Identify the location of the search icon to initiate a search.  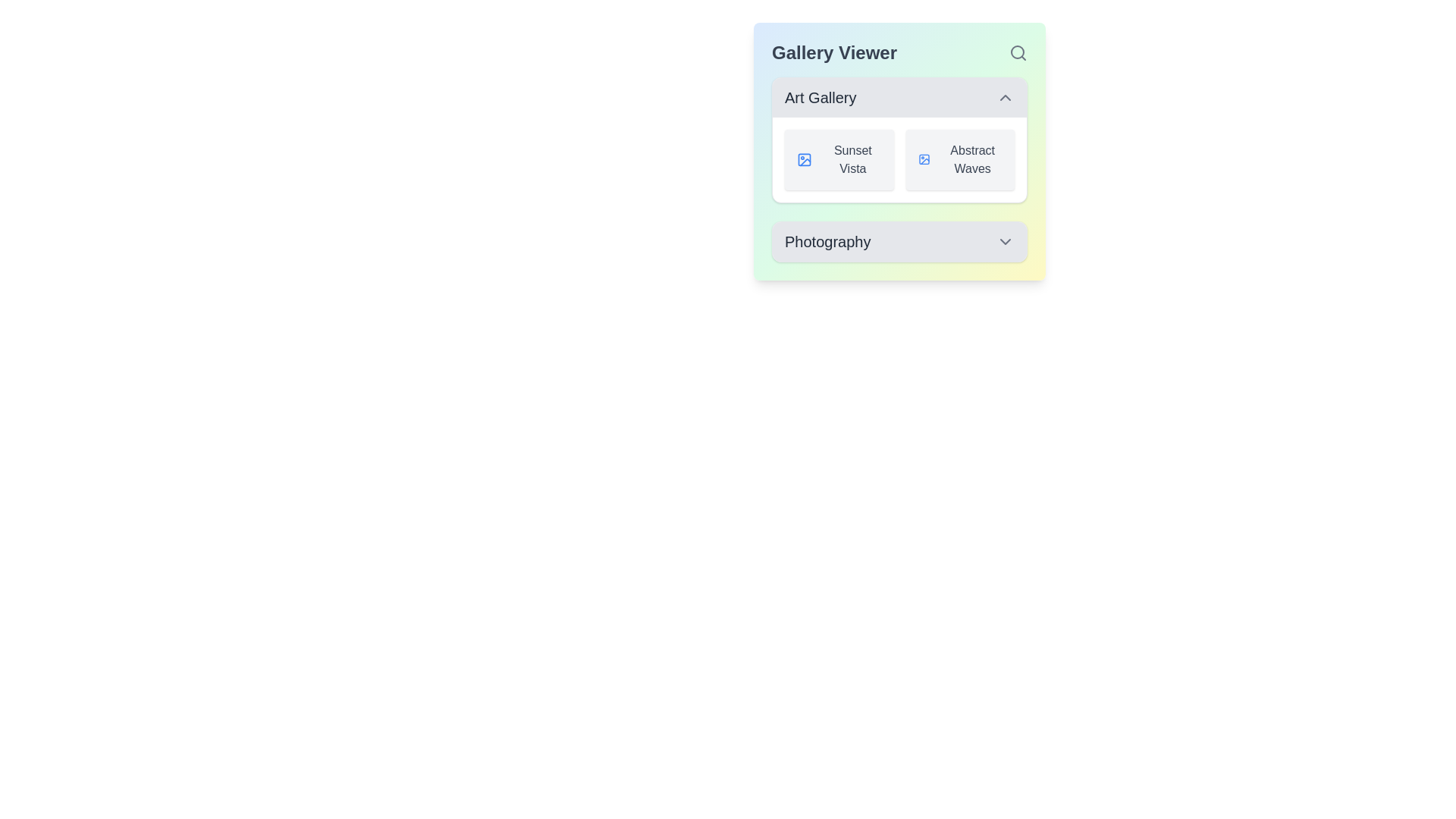
(1018, 52).